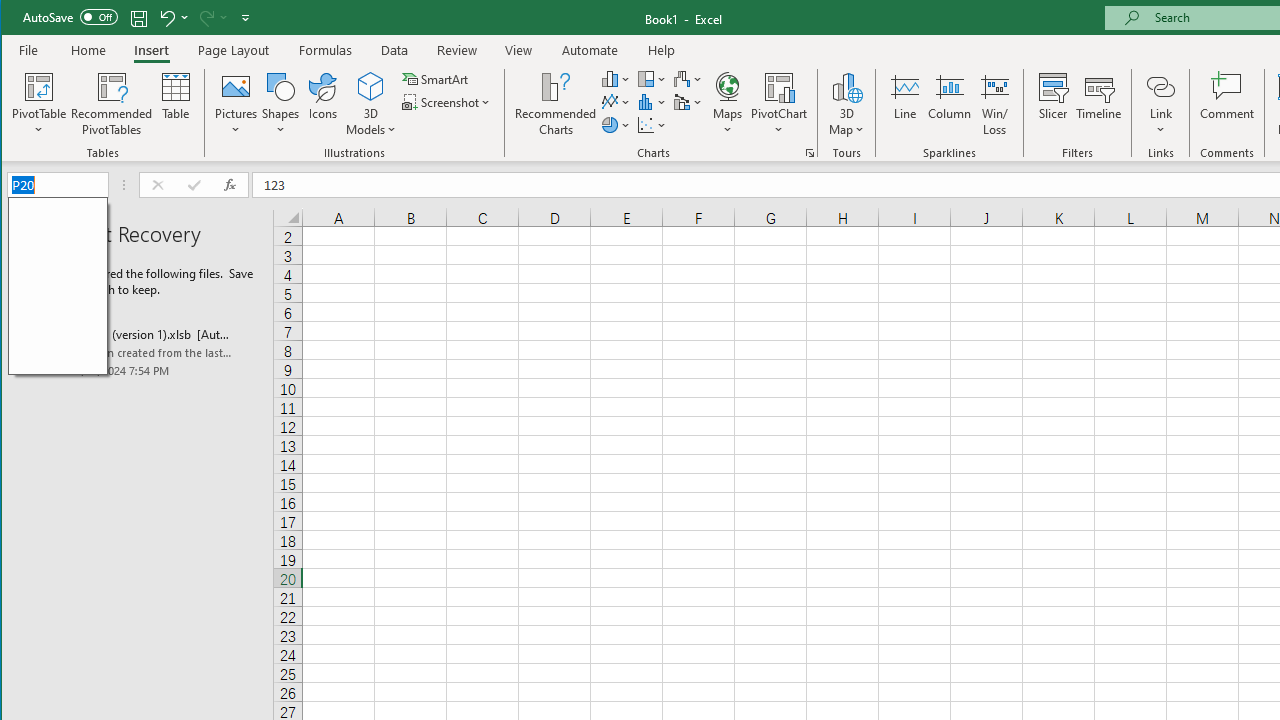  I want to click on 'Insert Pie or Doughnut Chart', so click(615, 125).